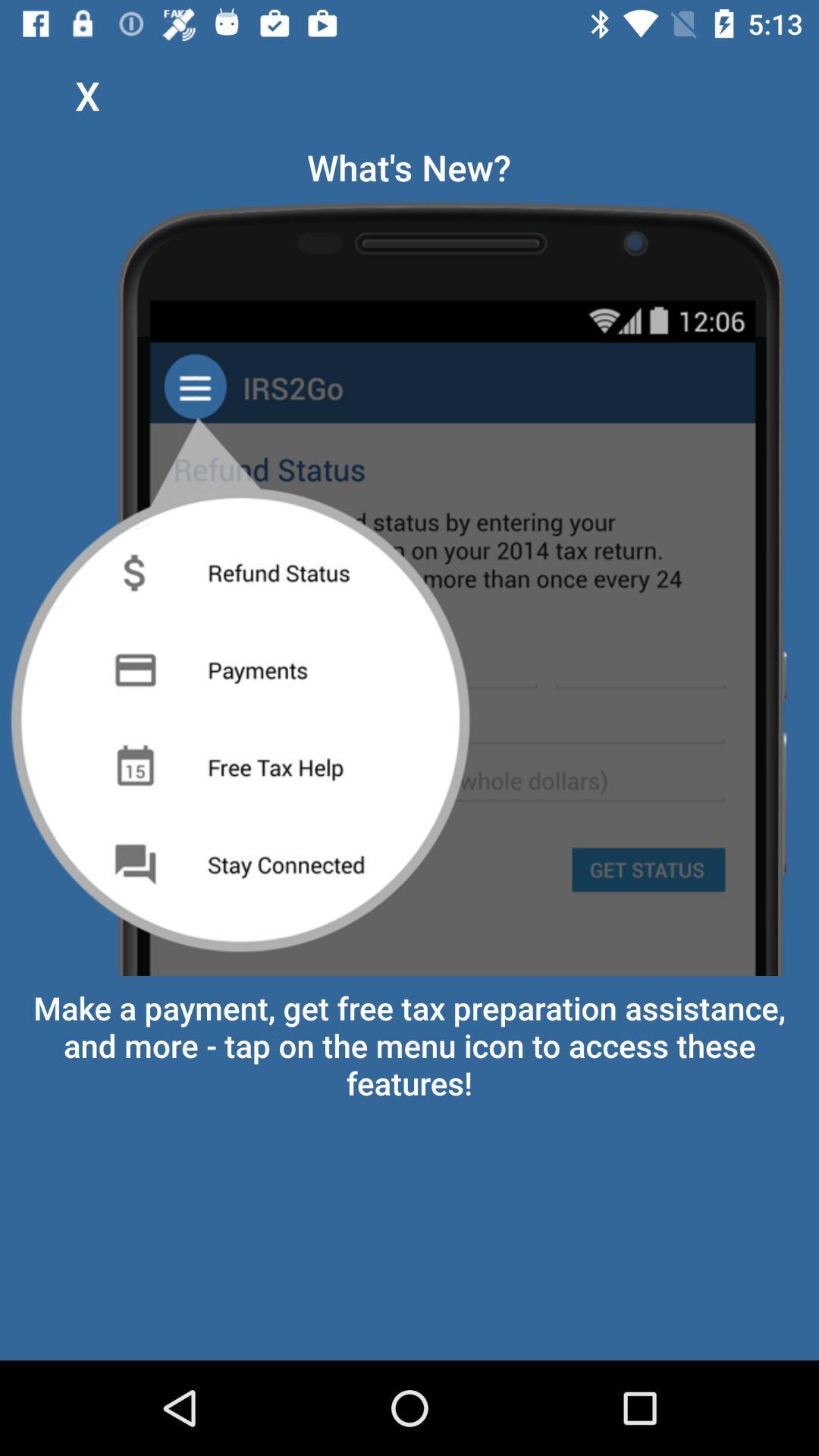  I want to click on the x, so click(87, 94).